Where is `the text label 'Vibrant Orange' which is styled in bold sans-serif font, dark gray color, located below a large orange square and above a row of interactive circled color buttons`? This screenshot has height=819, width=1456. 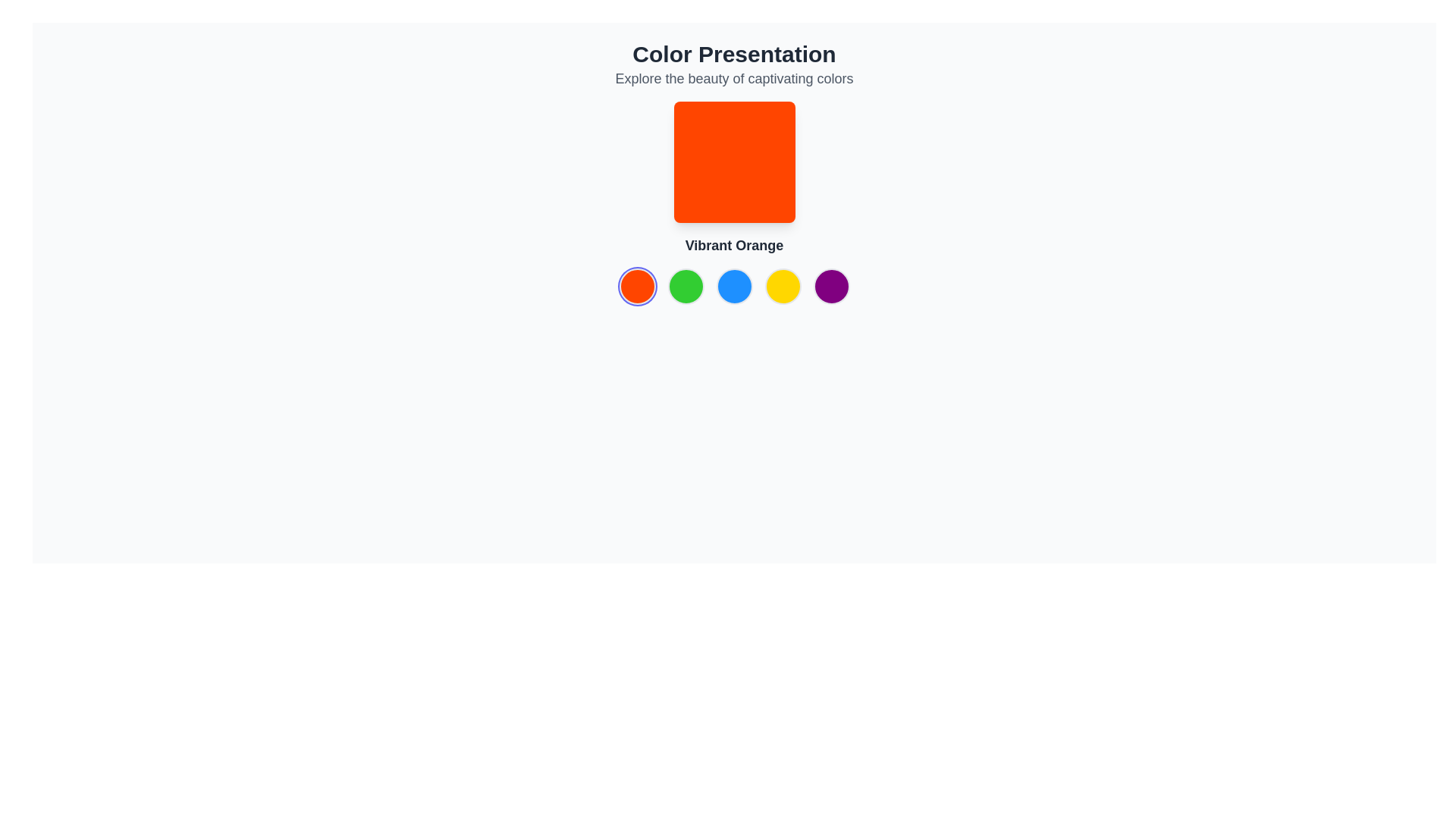 the text label 'Vibrant Orange' which is styled in bold sans-serif font, dark gray color, located below a large orange square and above a row of interactive circled color buttons is located at coordinates (734, 245).